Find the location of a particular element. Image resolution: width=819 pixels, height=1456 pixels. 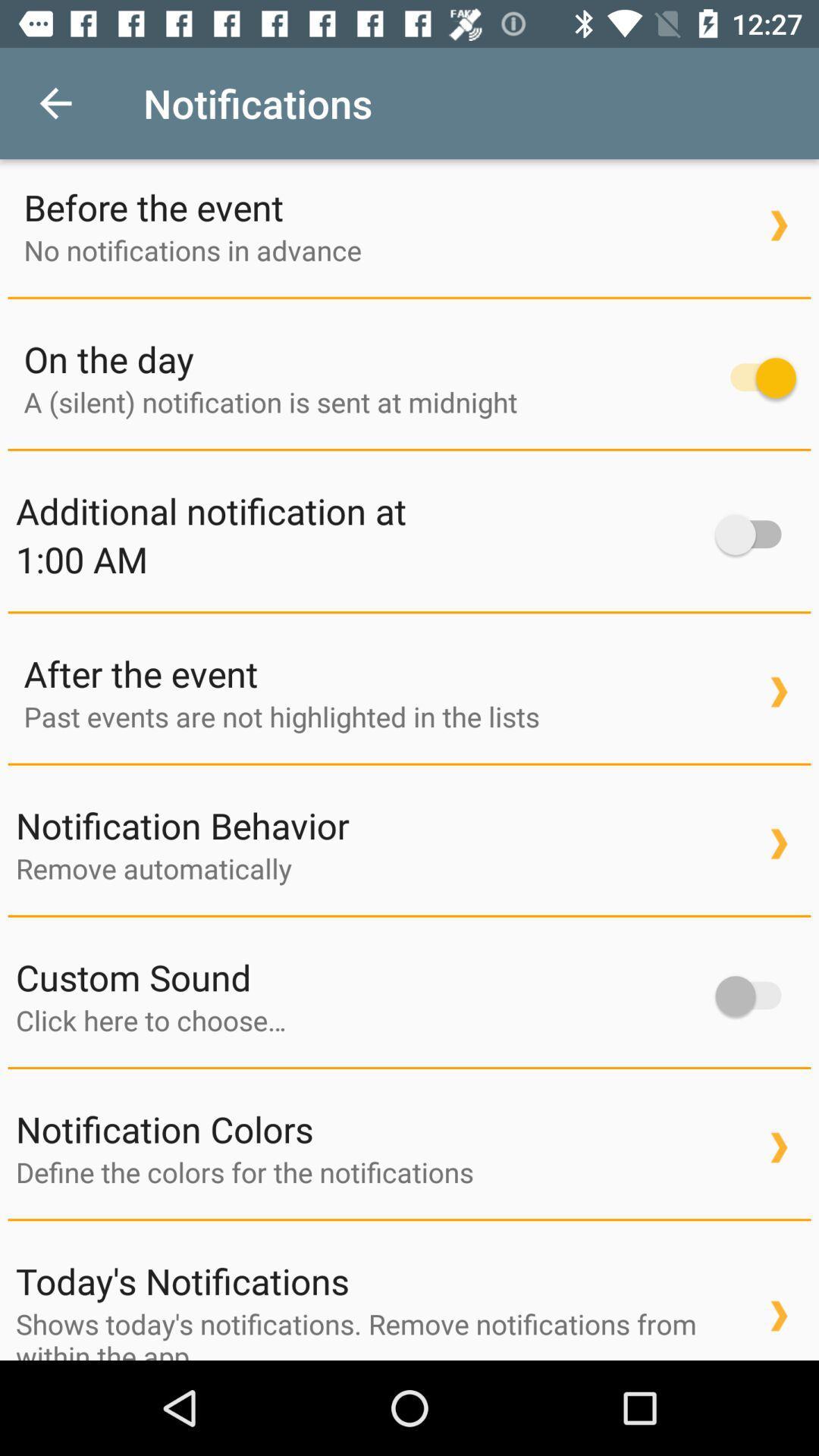

notification option is located at coordinates (755, 378).